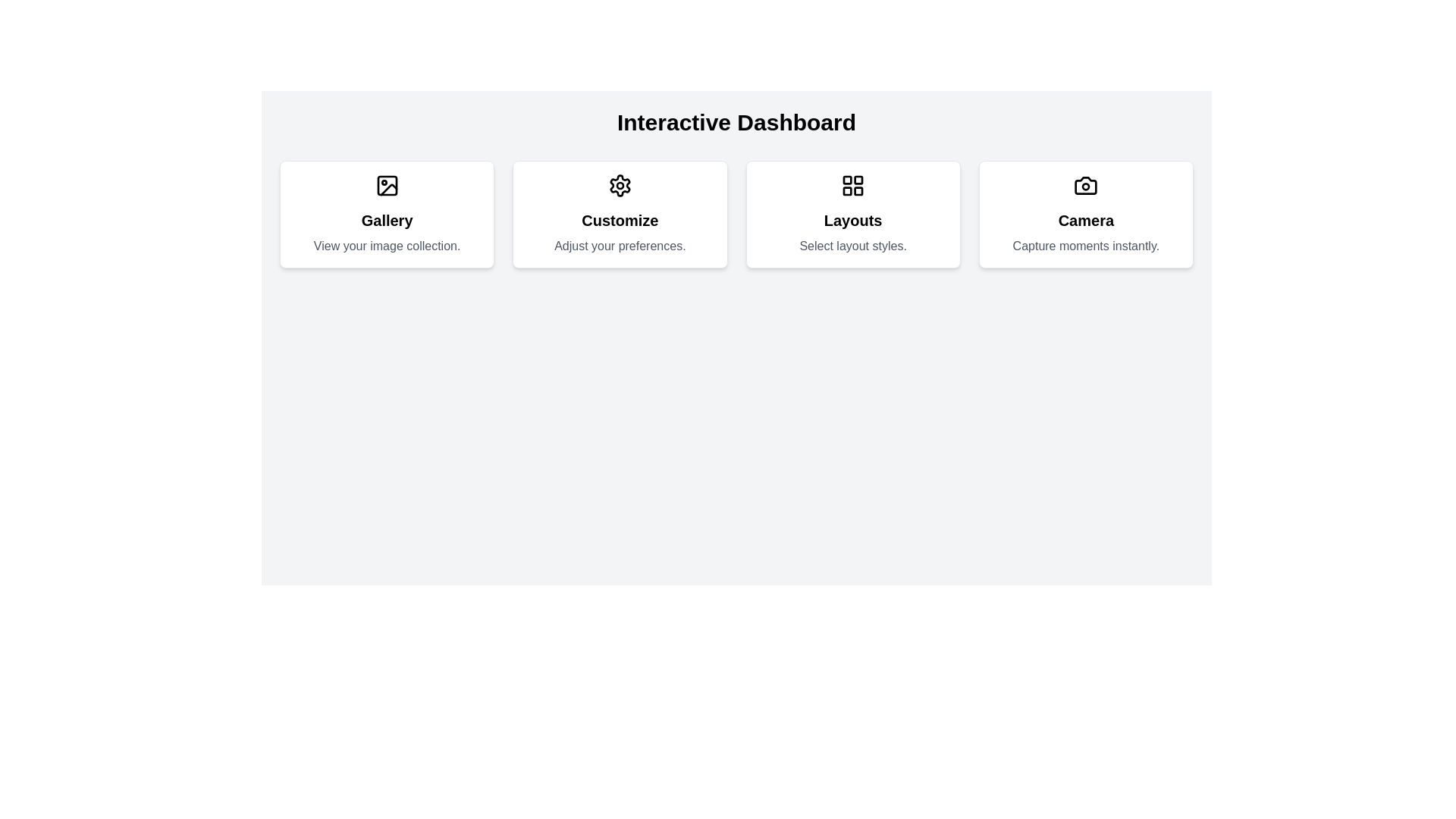 This screenshot has height=819, width=1456. What do you see at coordinates (387, 185) in the screenshot?
I see `the 'Gallery' icon located at the top-center of the first card in the row` at bounding box center [387, 185].